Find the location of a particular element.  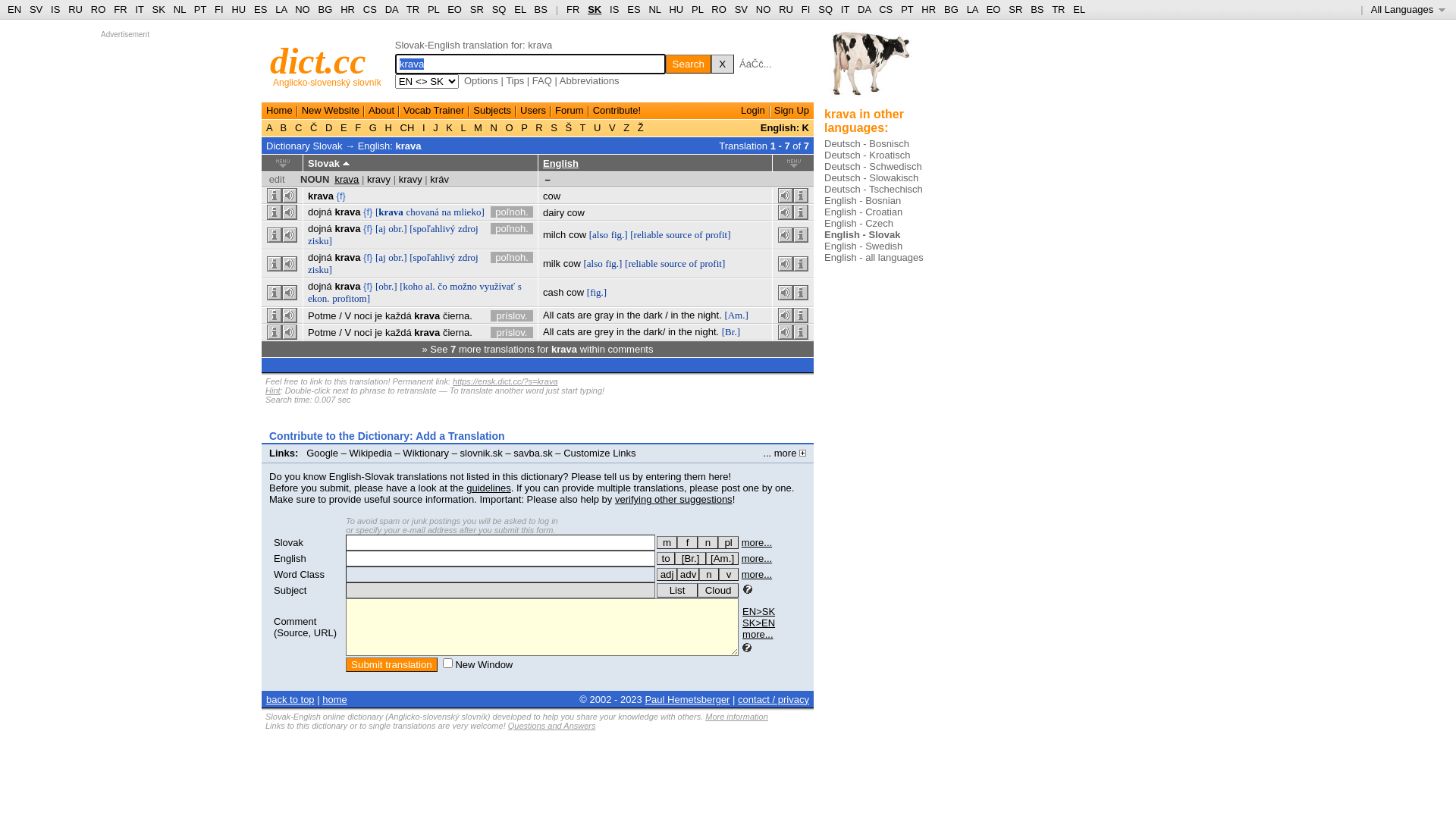

'English - Bosnian' is located at coordinates (862, 199).